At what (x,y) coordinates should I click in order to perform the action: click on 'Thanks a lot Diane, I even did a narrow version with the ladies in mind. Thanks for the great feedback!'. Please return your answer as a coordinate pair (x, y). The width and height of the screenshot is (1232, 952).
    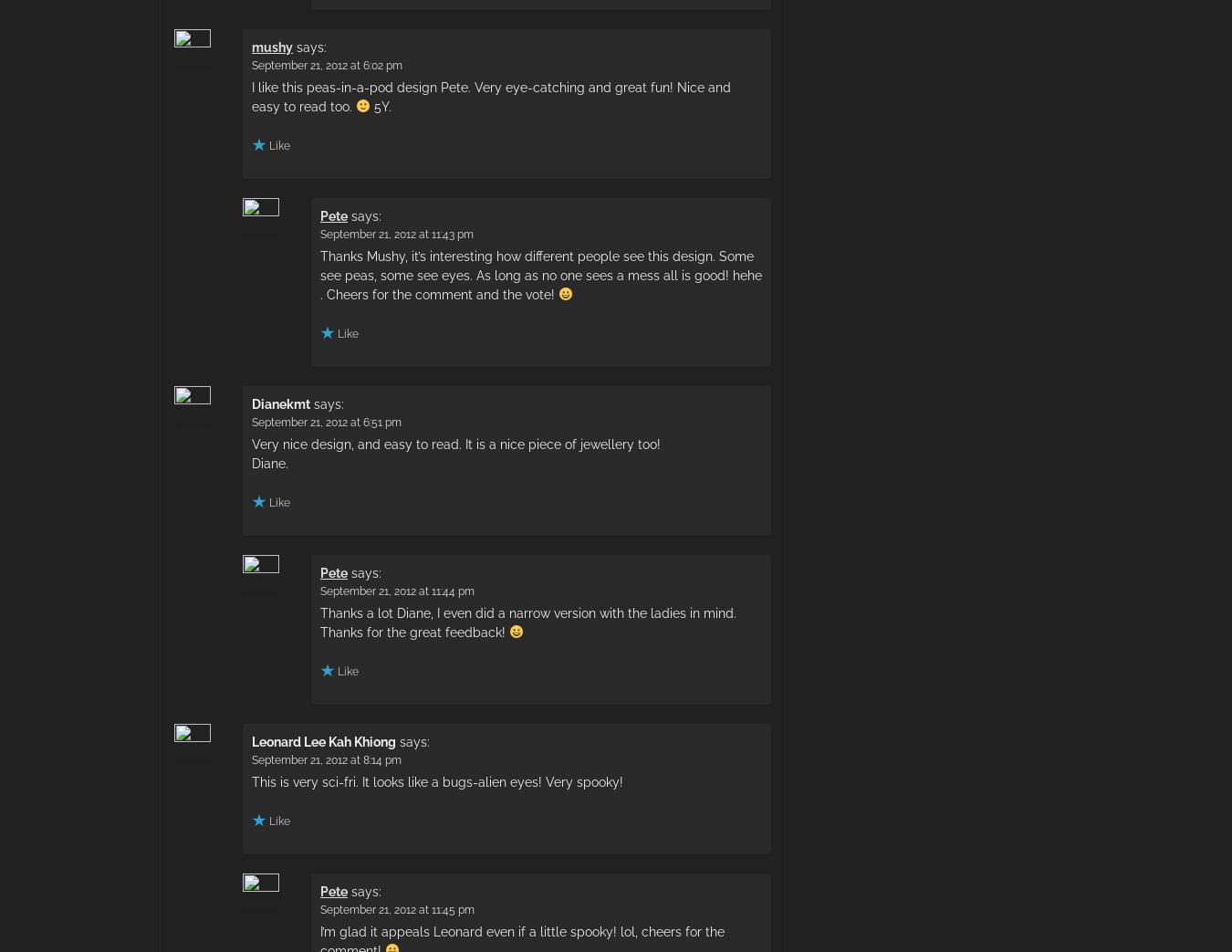
    Looking at the image, I should click on (528, 622).